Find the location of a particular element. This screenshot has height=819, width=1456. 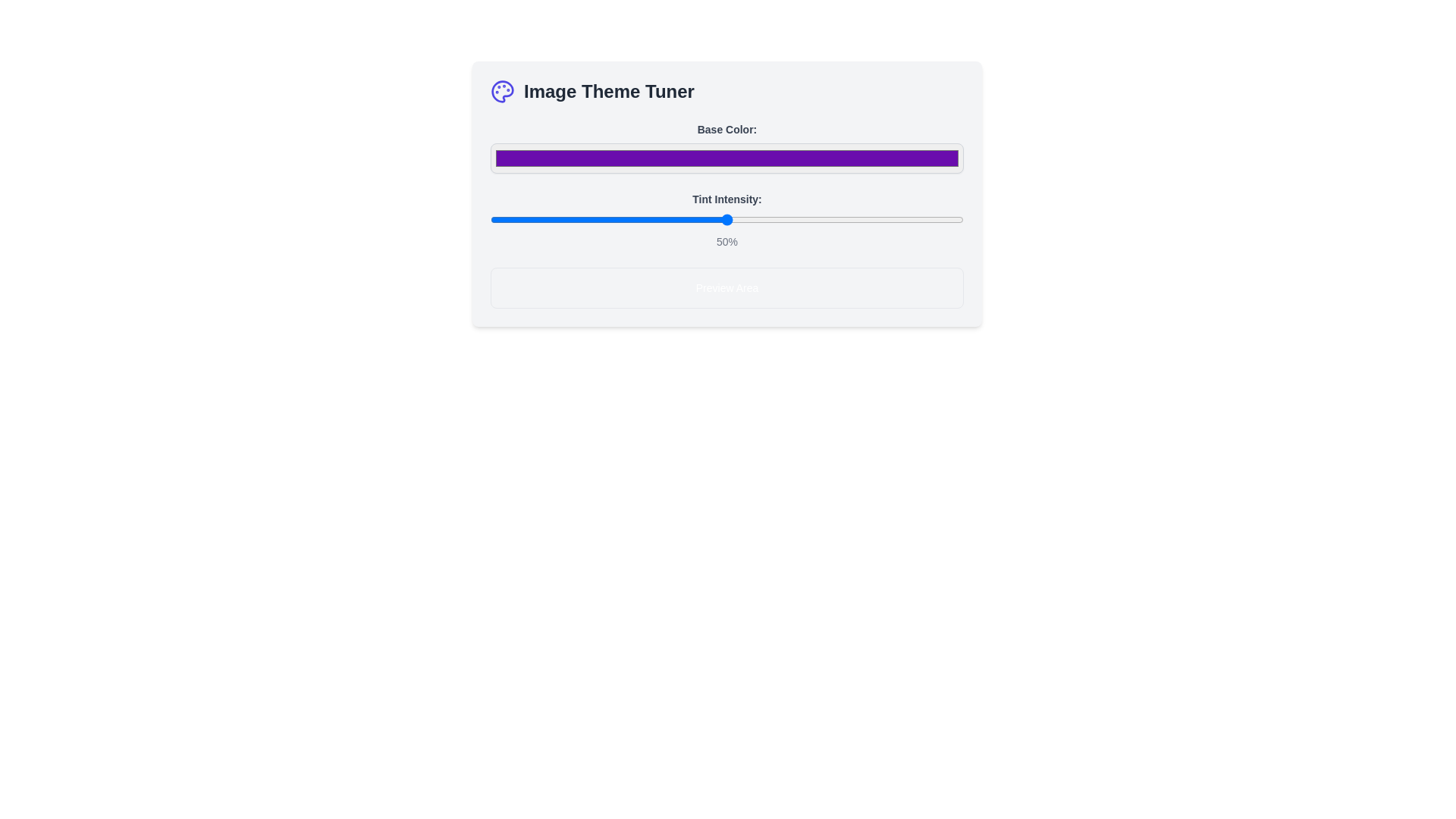

the interactive sub-element controls within the light gray rectangular card that adjusts image theme settings is located at coordinates (726, 193).